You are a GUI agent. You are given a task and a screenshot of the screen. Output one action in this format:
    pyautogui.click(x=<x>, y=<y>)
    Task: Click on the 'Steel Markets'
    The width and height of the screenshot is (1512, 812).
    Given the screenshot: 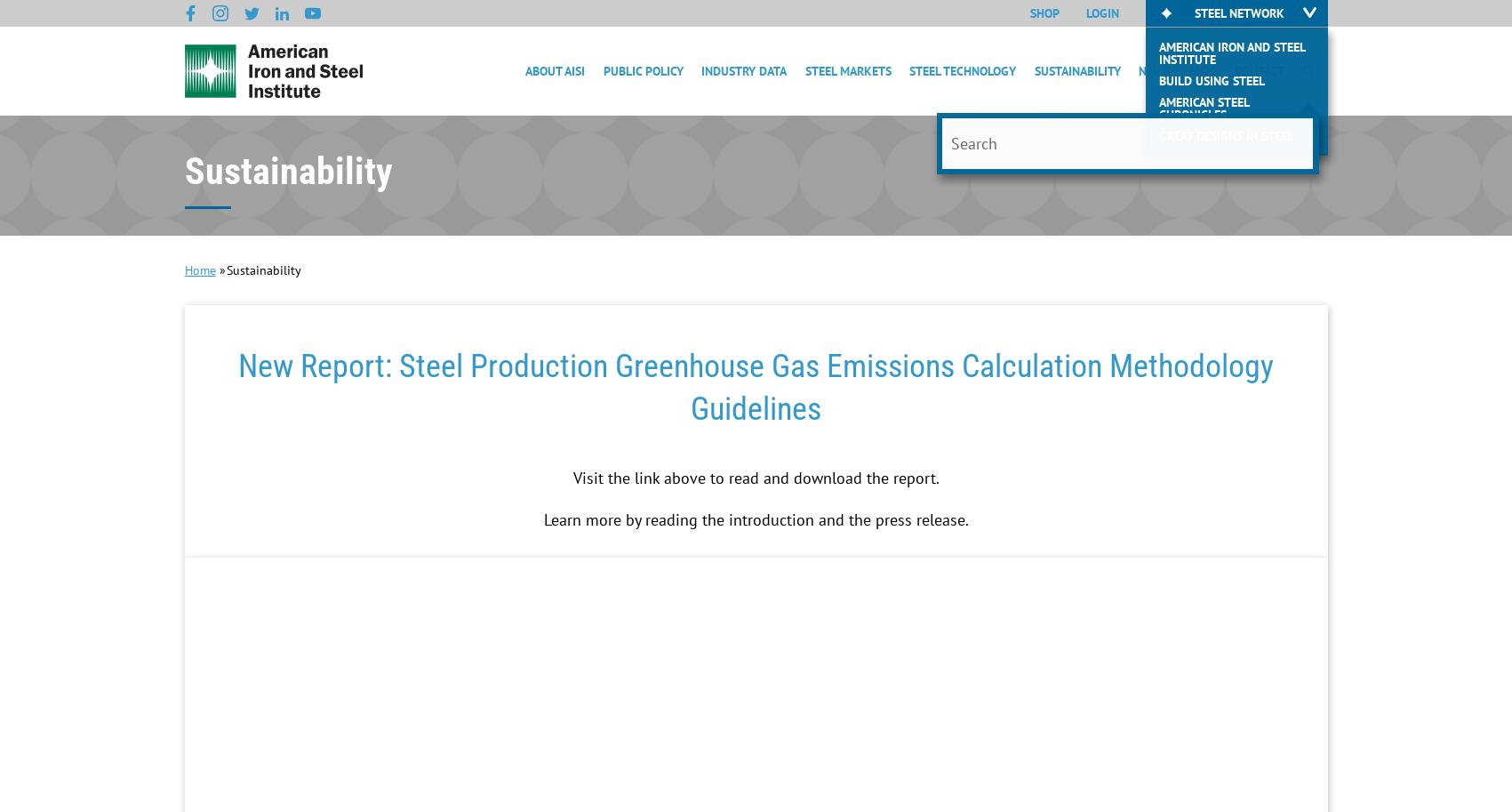 What is the action you would take?
    pyautogui.click(x=846, y=69)
    